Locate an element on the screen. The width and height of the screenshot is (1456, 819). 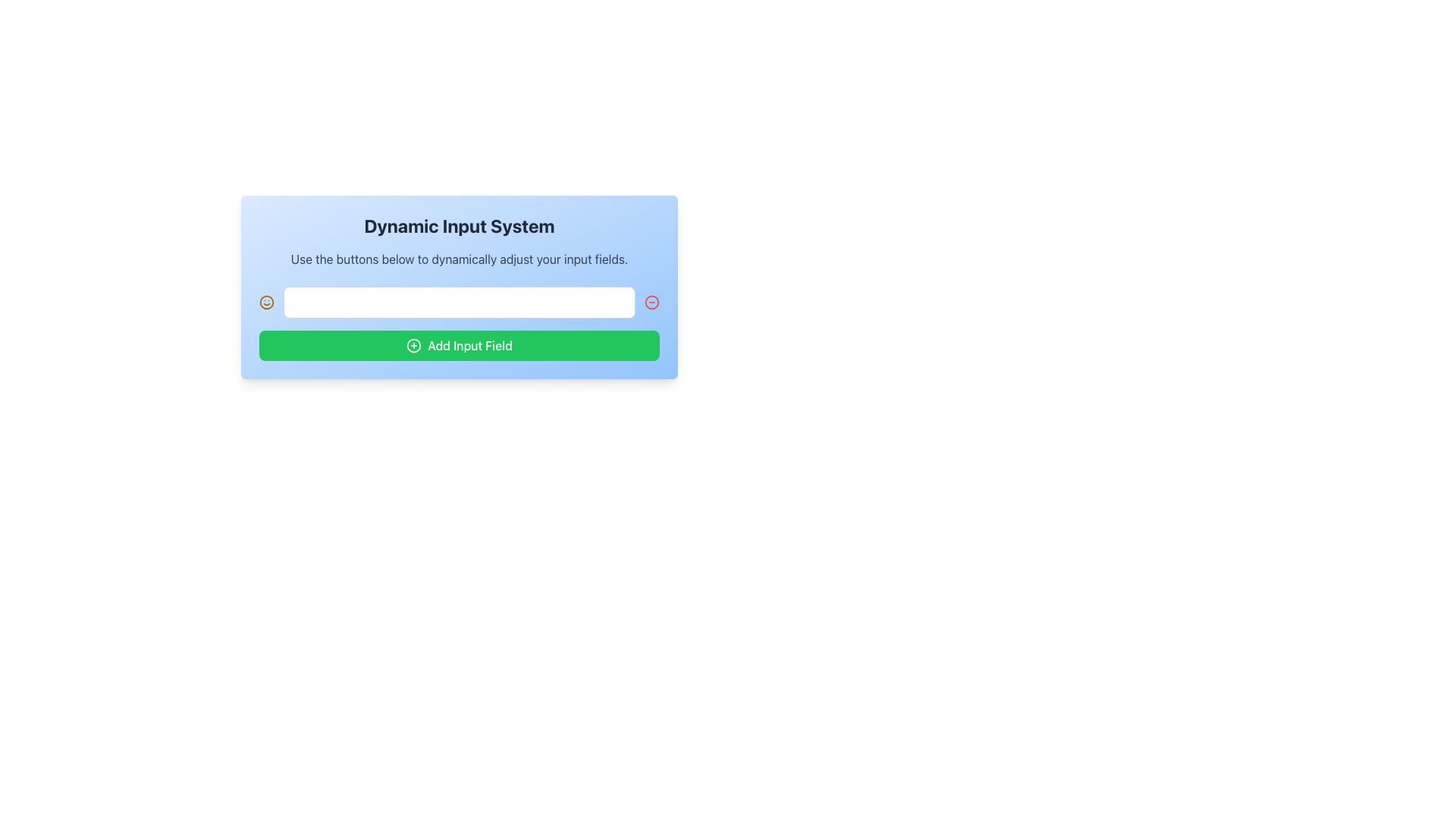
the Vector Graphic (Circle Shape) that indicates addition, located at the center of the 'Add Input Field' button is located at coordinates (414, 345).